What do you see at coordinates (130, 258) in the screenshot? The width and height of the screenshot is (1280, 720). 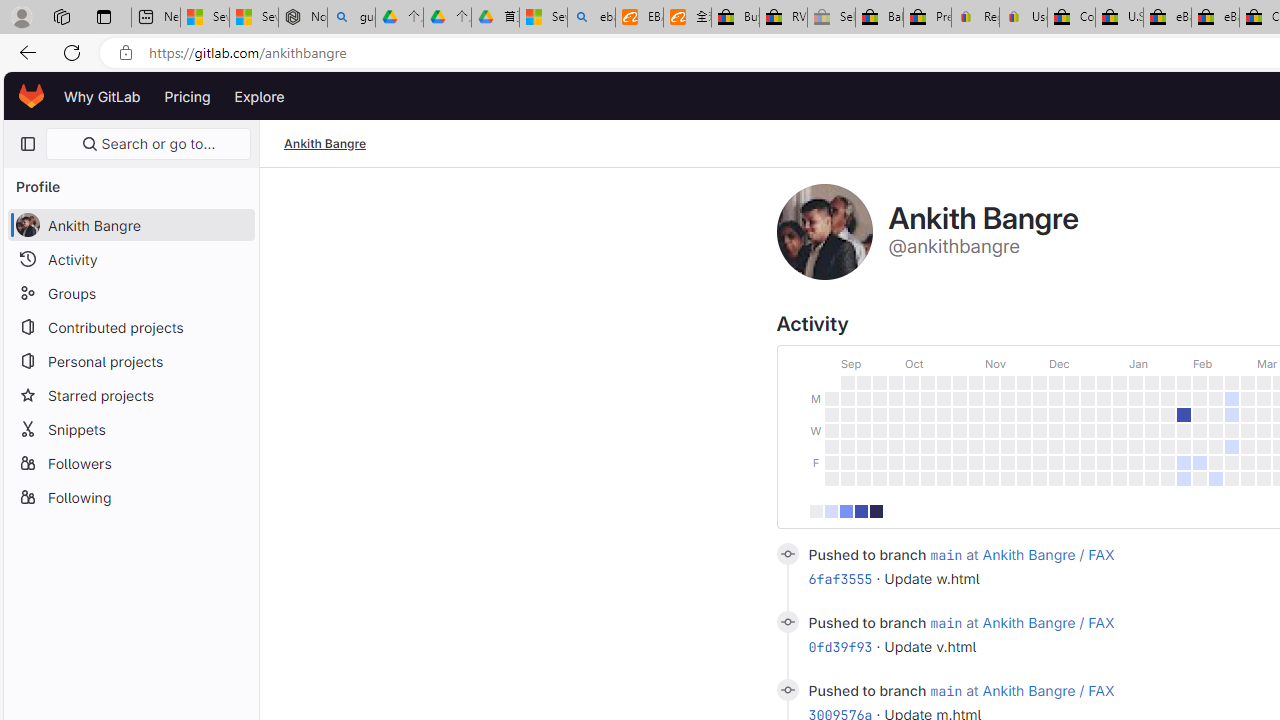 I see `'Activity'` at bounding box center [130, 258].